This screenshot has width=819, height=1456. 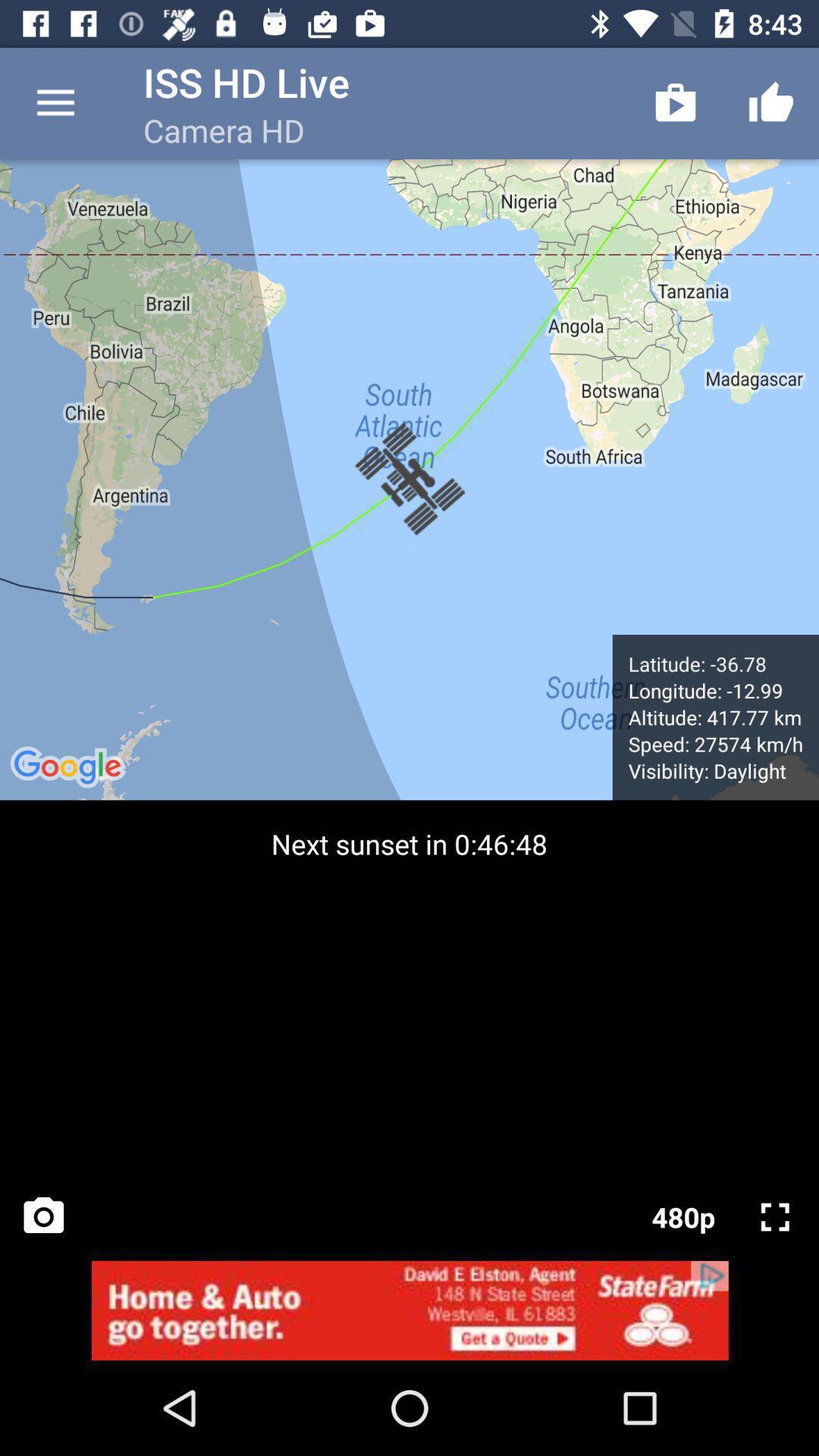 I want to click on advatisment, so click(x=409, y=1310).